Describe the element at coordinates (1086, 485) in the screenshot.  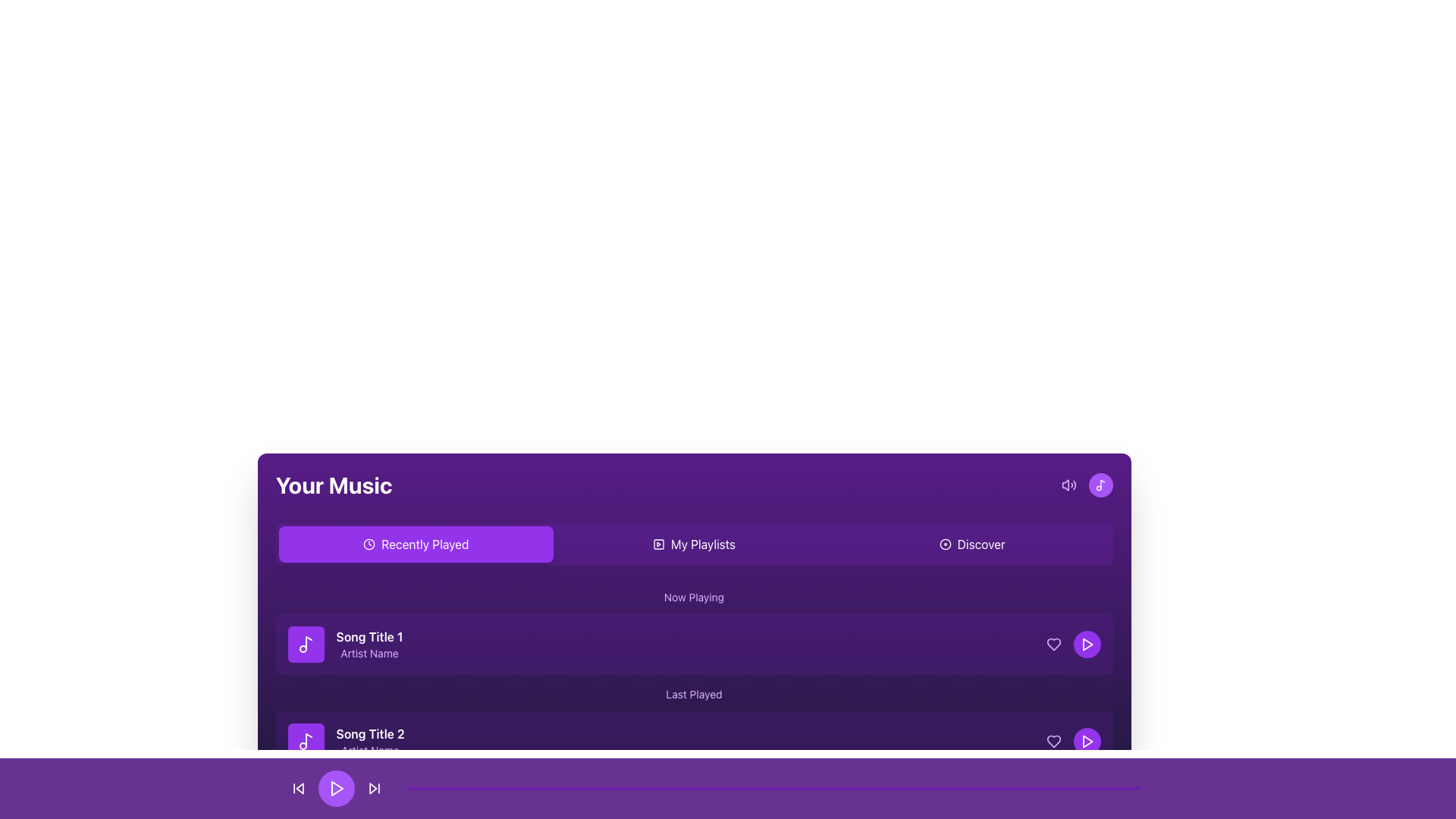
I see `the button located at the top-right corner of the 'Your Music' section, immediately to the right of the volume icon` at that location.